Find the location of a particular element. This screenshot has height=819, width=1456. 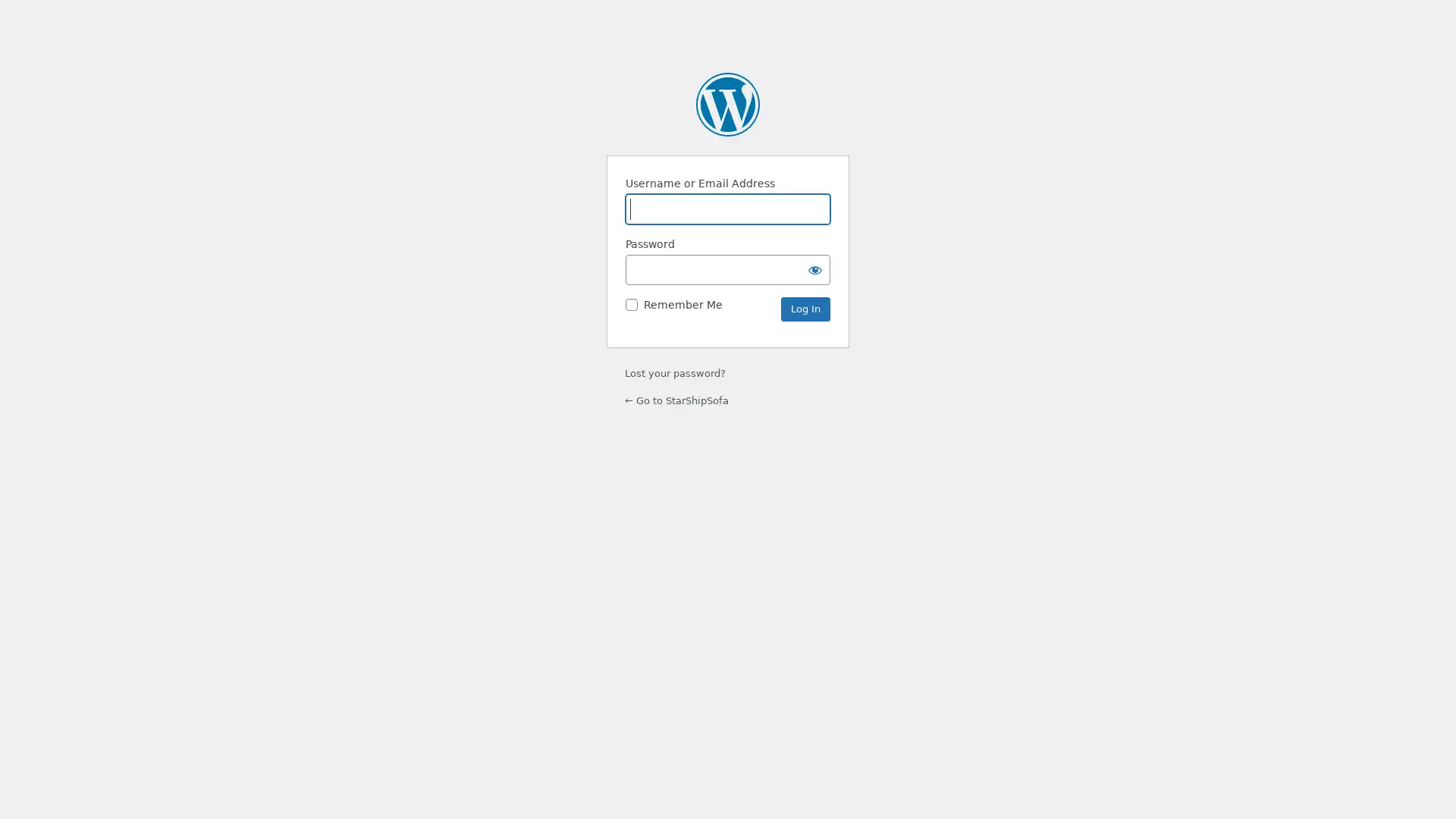

Show password is located at coordinates (814, 268).